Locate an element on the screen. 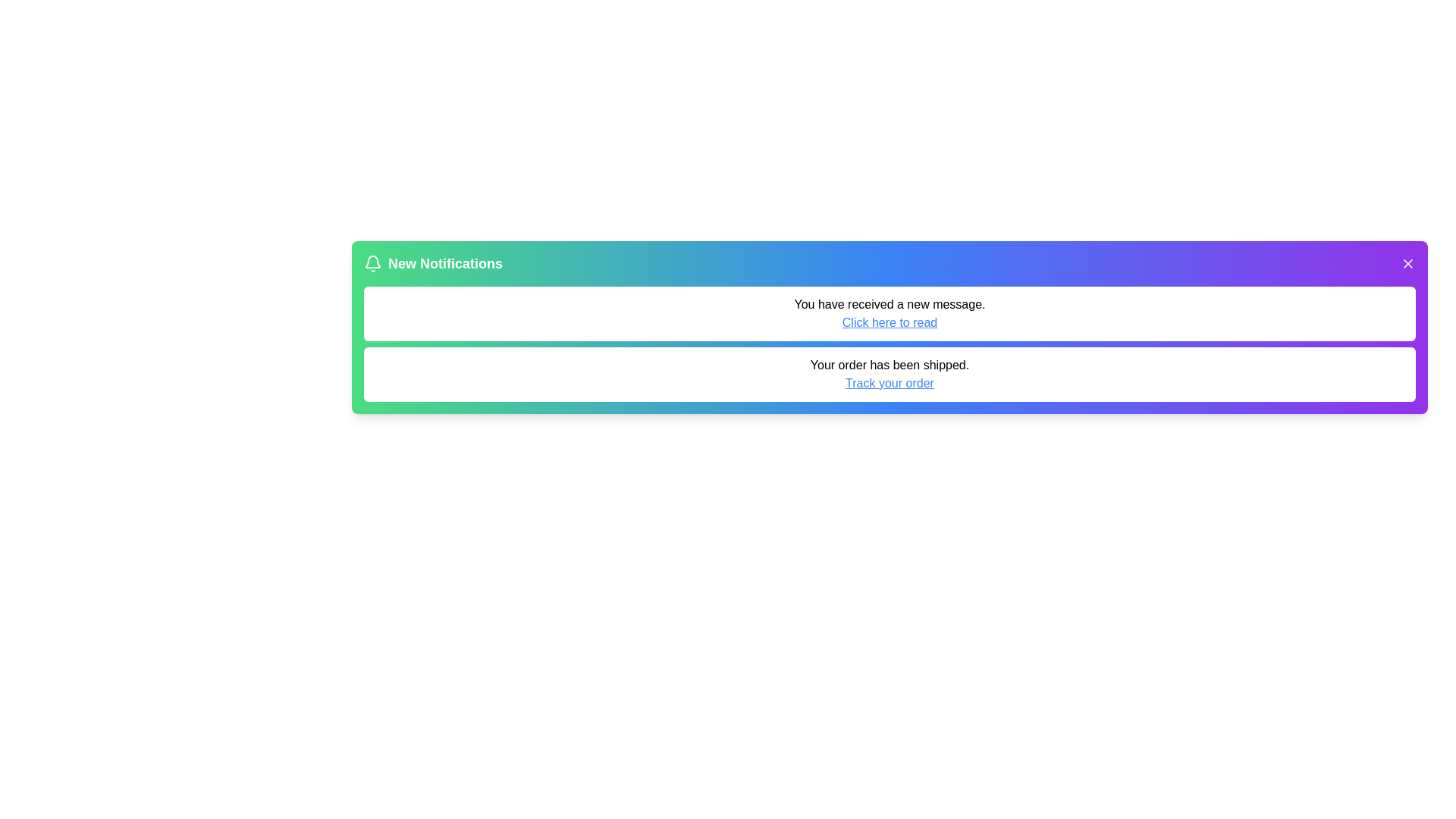 This screenshot has height=819, width=1456. the blue-colored hyperlink styled with an underline text saying 'Click here to read' located within the white-bordered notification box below the text 'You have received a new message.' is located at coordinates (890, 322).